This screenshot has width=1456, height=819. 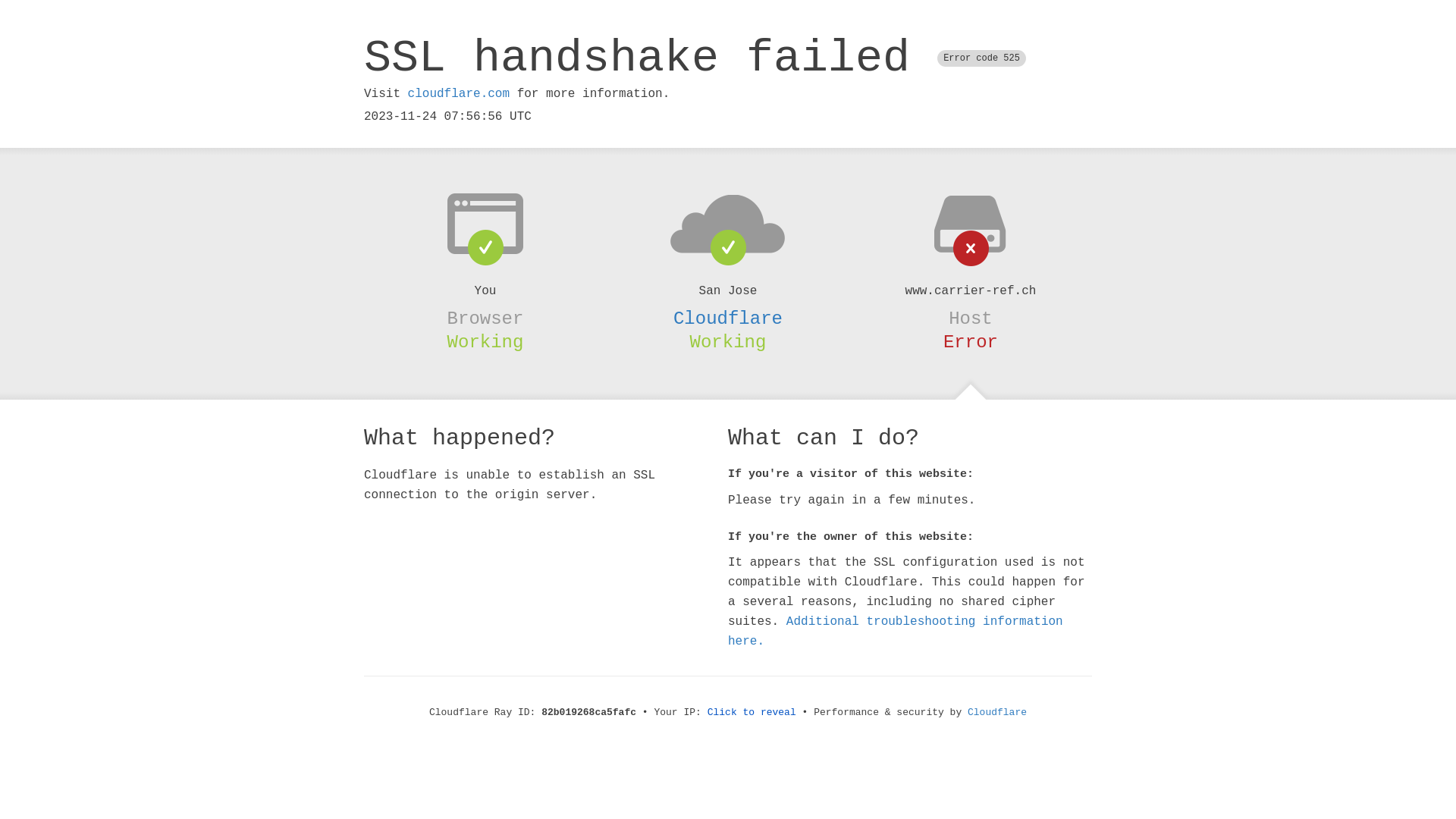 I want to click on 'Additional troubleshooting information here.', so click(x=895, y=632).